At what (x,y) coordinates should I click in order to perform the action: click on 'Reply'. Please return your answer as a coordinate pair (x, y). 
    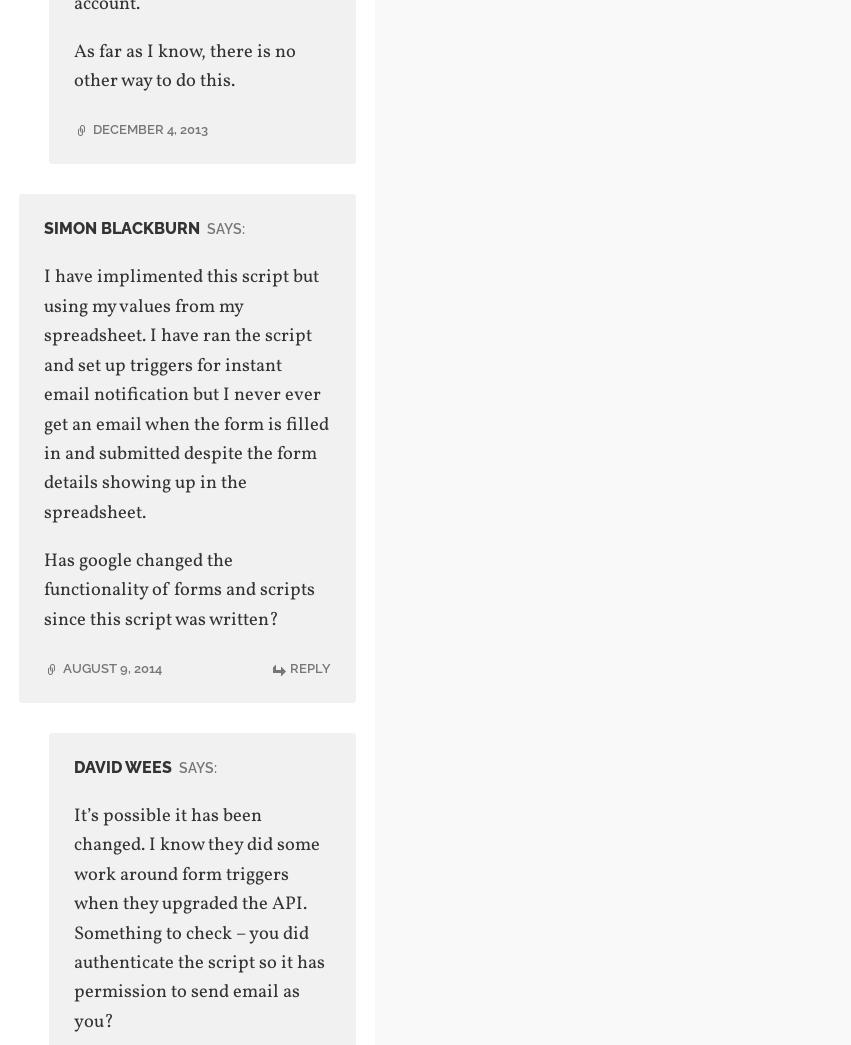
    Looking at the image, I should click on (309, 667).